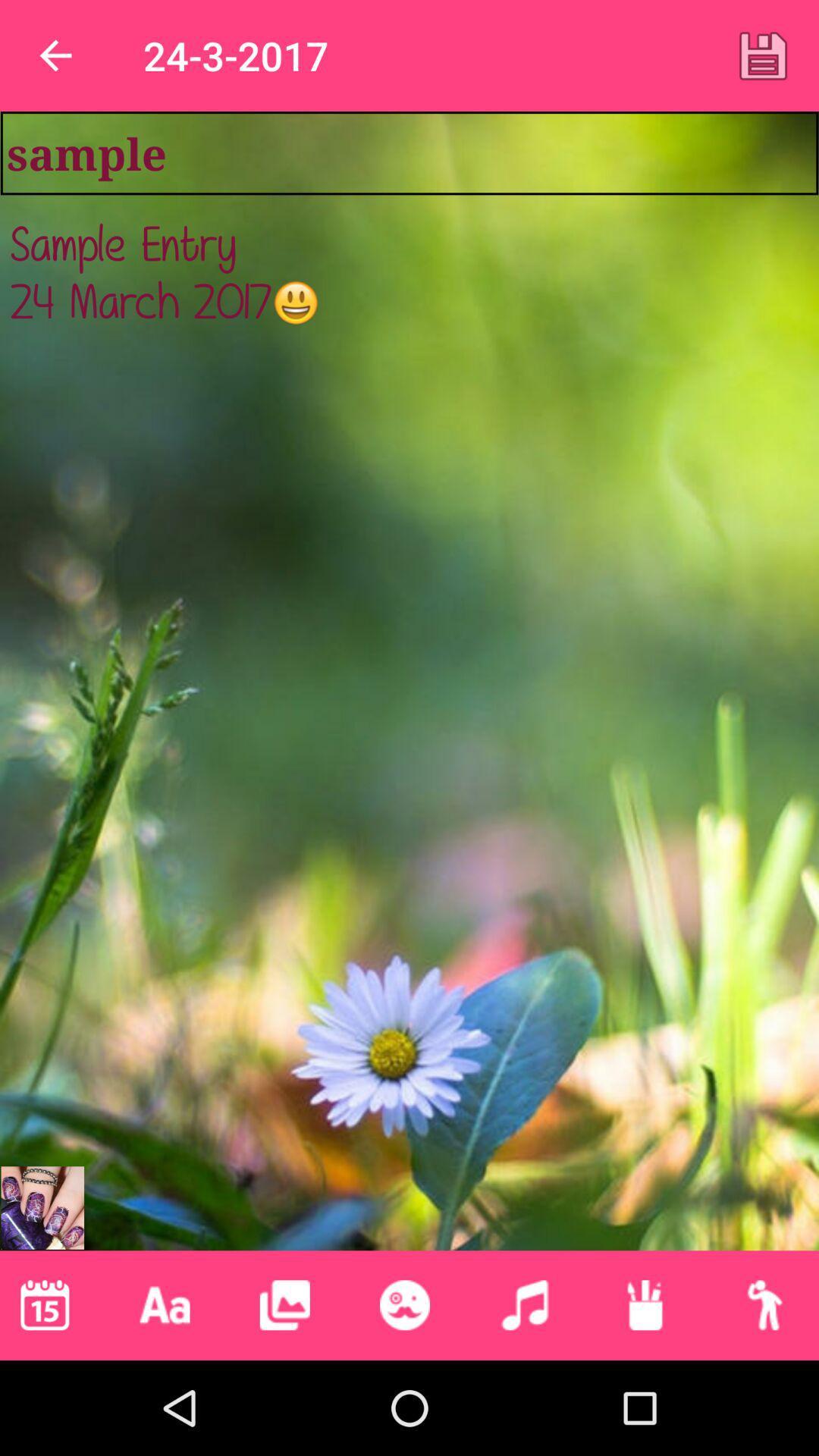  What do you see at coordinates (44, 1304) in the screenshot?
I see `calender option` at bounding box center [44, 1304].